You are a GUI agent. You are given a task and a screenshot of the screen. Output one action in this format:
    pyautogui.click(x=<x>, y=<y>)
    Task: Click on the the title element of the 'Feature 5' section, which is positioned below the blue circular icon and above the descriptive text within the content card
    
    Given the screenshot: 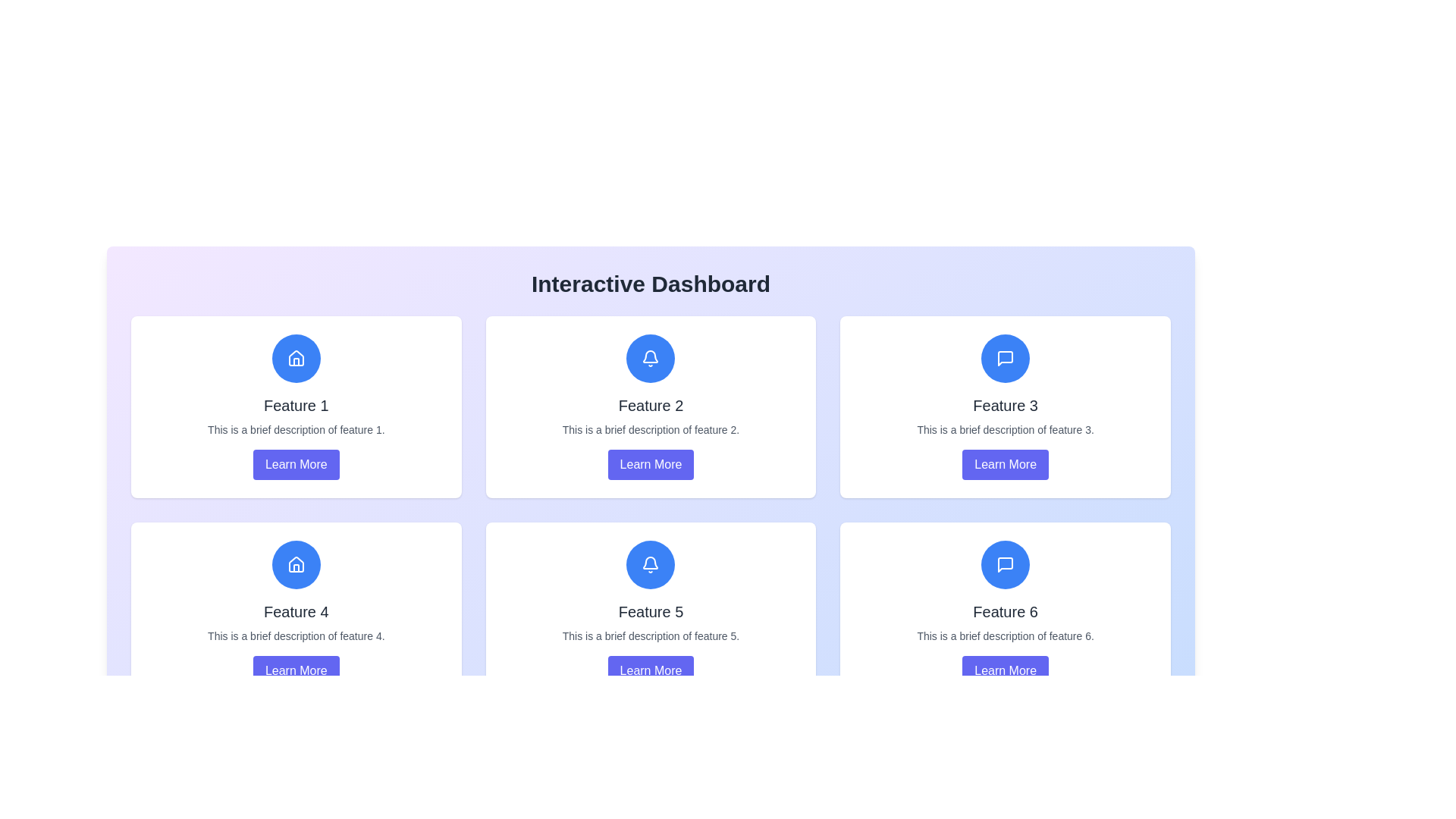 What is the action you would take?
    pyautogui.click(x=651, y=610)
    